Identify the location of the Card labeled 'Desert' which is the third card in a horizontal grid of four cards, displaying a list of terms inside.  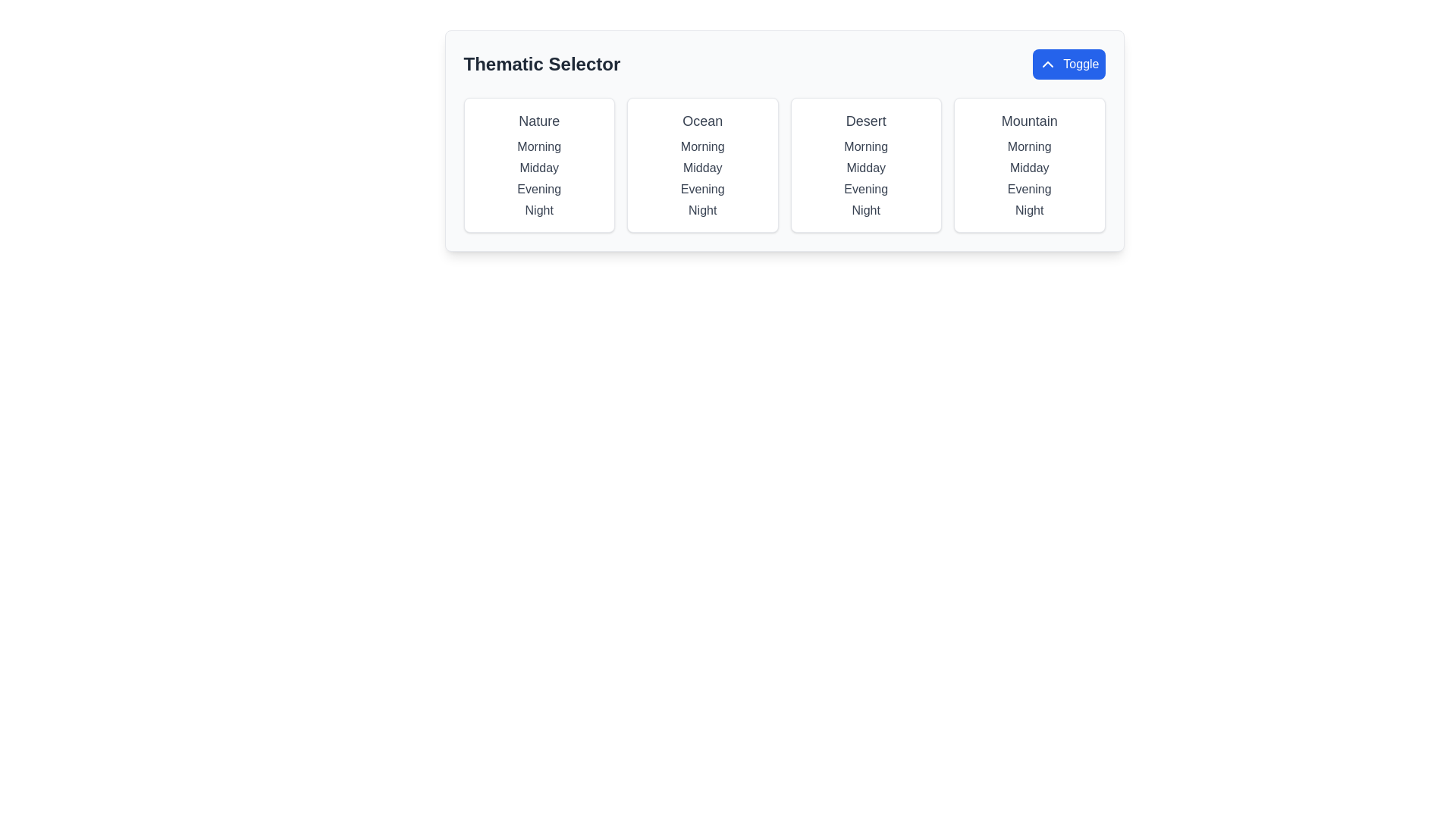
(866, 165).